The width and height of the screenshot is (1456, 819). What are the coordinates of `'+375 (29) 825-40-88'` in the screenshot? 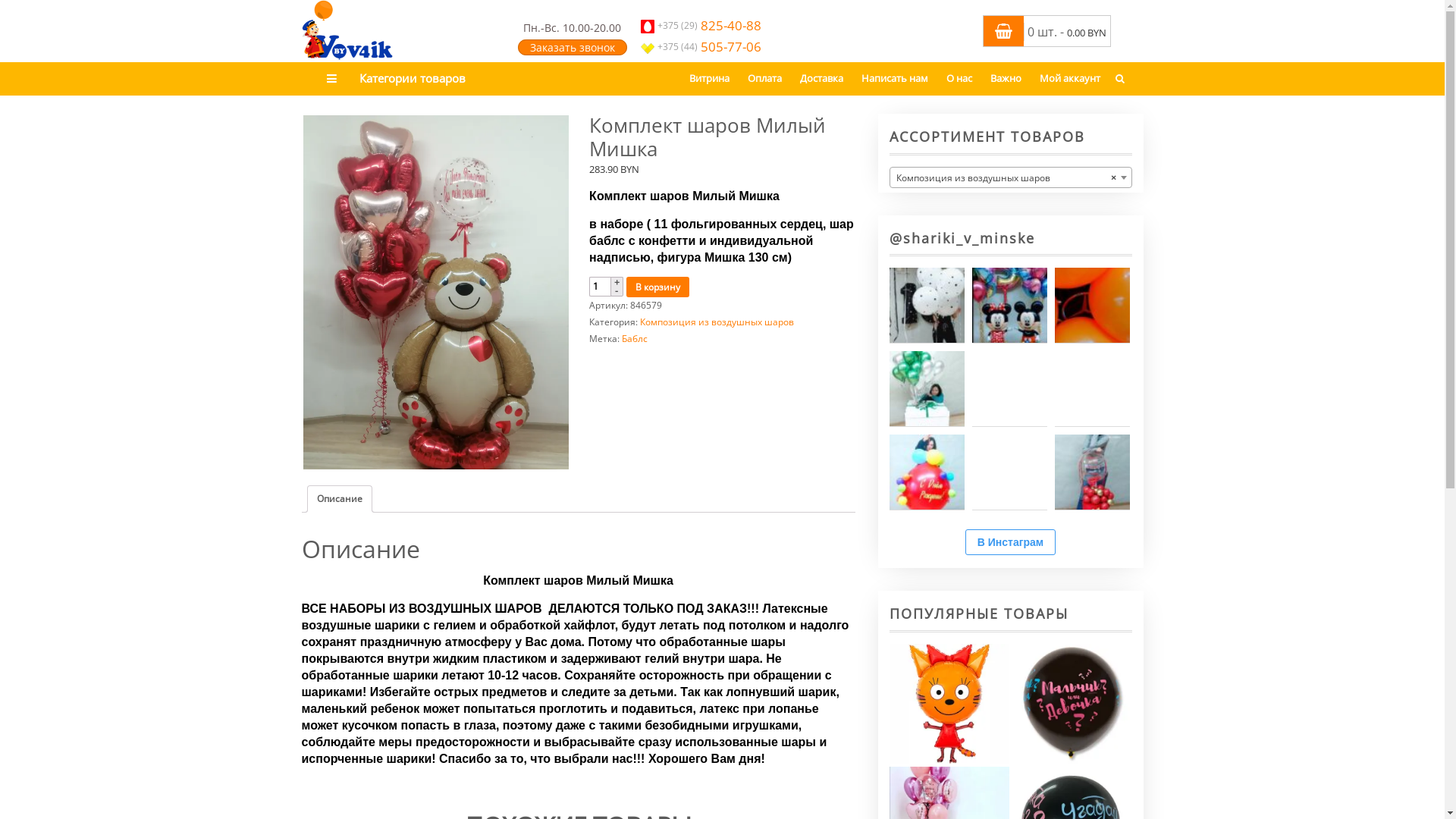 It's located at (699, 25).